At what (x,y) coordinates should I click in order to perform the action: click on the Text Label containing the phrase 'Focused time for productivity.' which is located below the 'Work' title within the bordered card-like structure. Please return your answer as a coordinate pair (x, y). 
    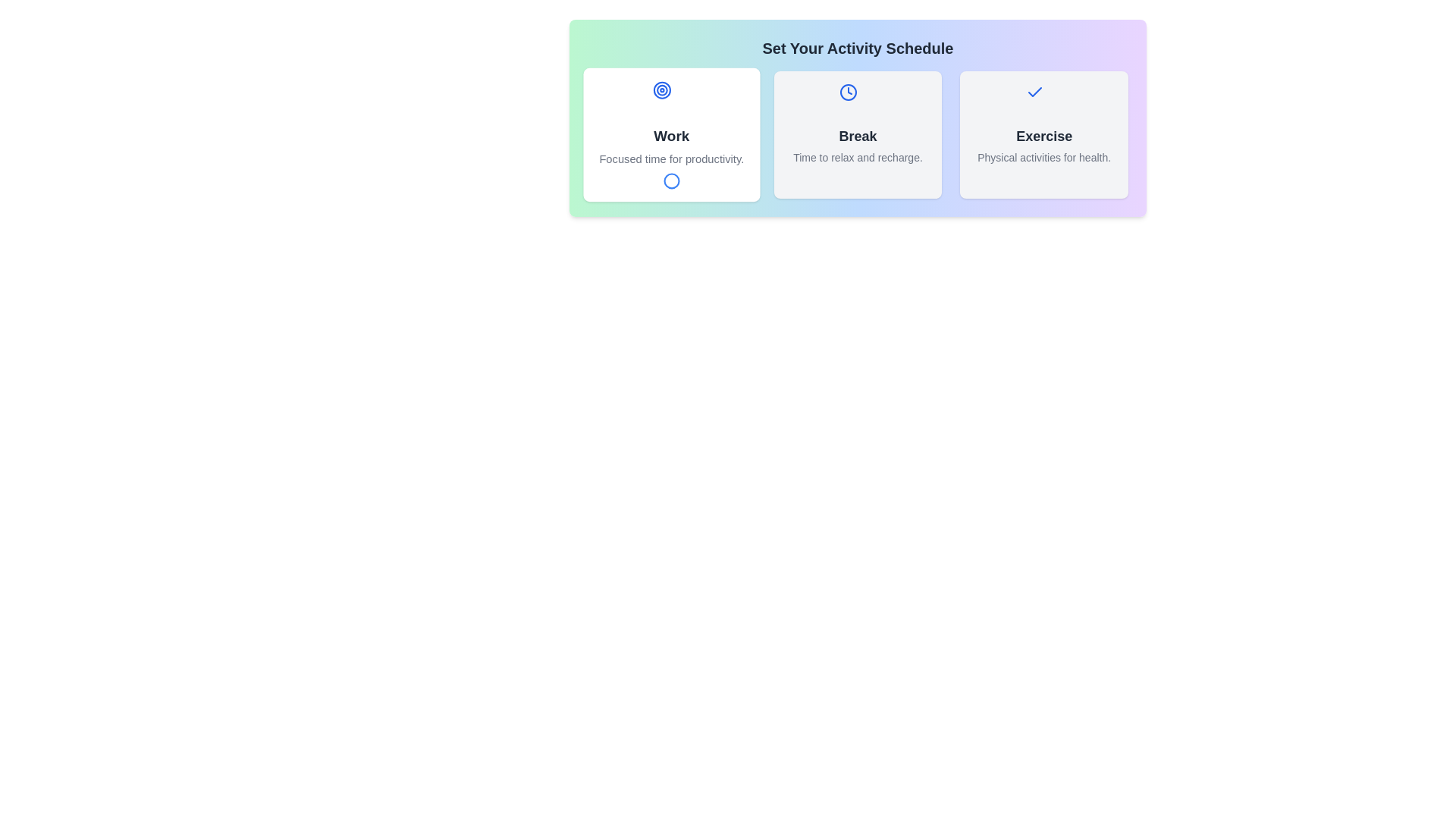
    Looking at the image, I should click on (670, 158).